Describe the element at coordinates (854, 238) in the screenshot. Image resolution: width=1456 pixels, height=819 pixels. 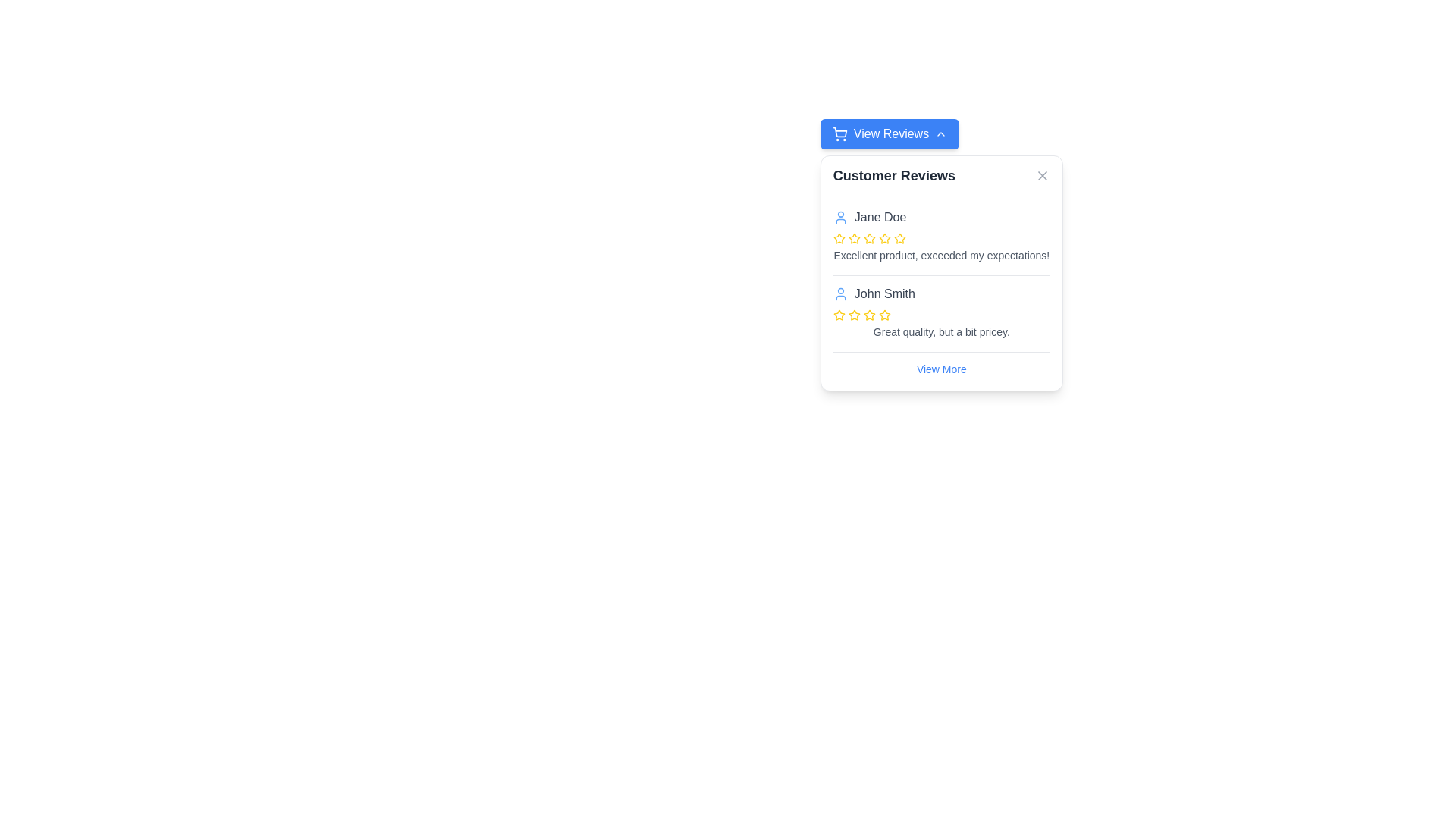
I see `the rating assigned through the first yellow star icon in the five-star rating section linked to the user review by 'Jane Doe'` at that location.